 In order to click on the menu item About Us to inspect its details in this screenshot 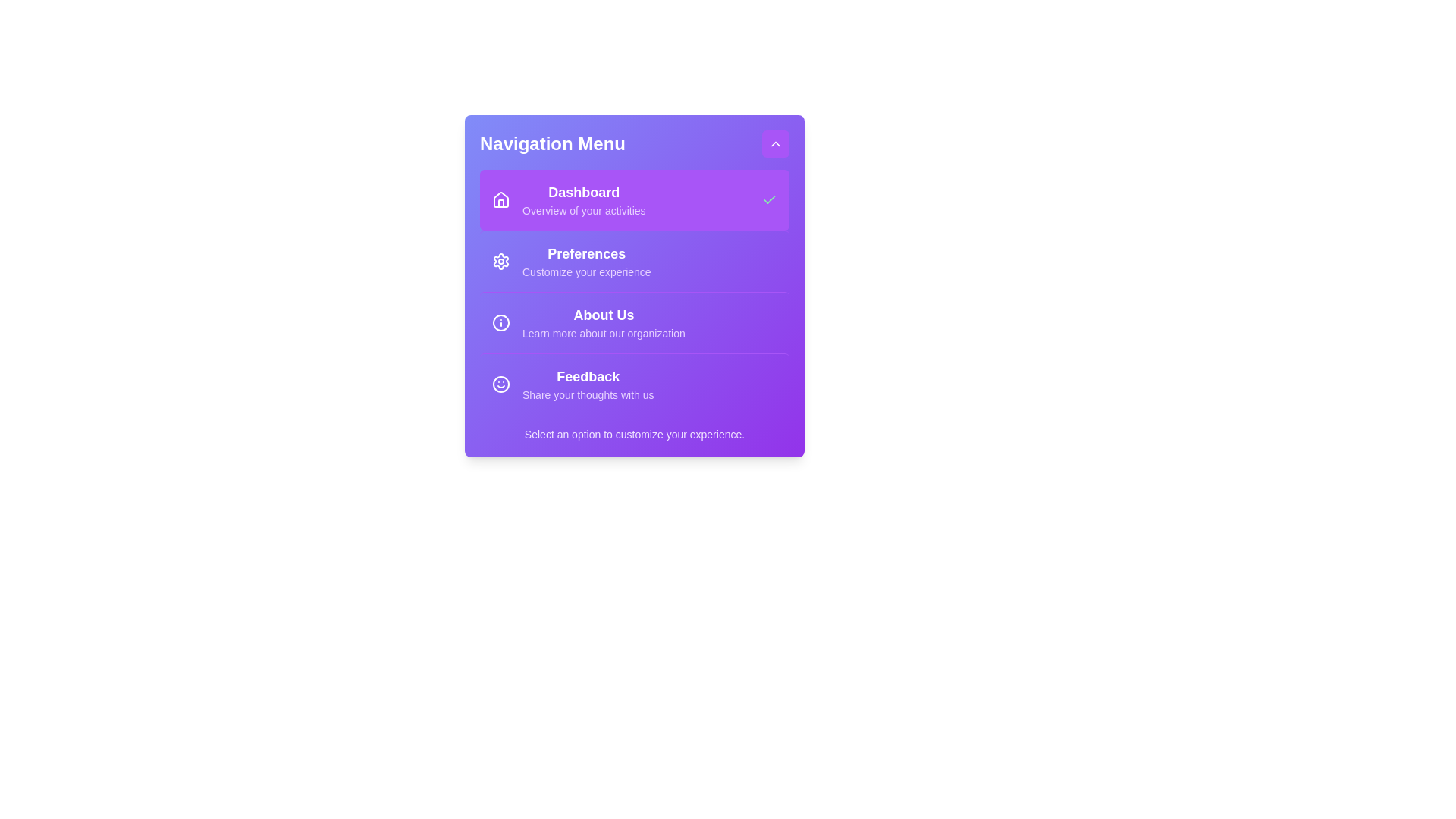, I will do `click(634, 322)`.